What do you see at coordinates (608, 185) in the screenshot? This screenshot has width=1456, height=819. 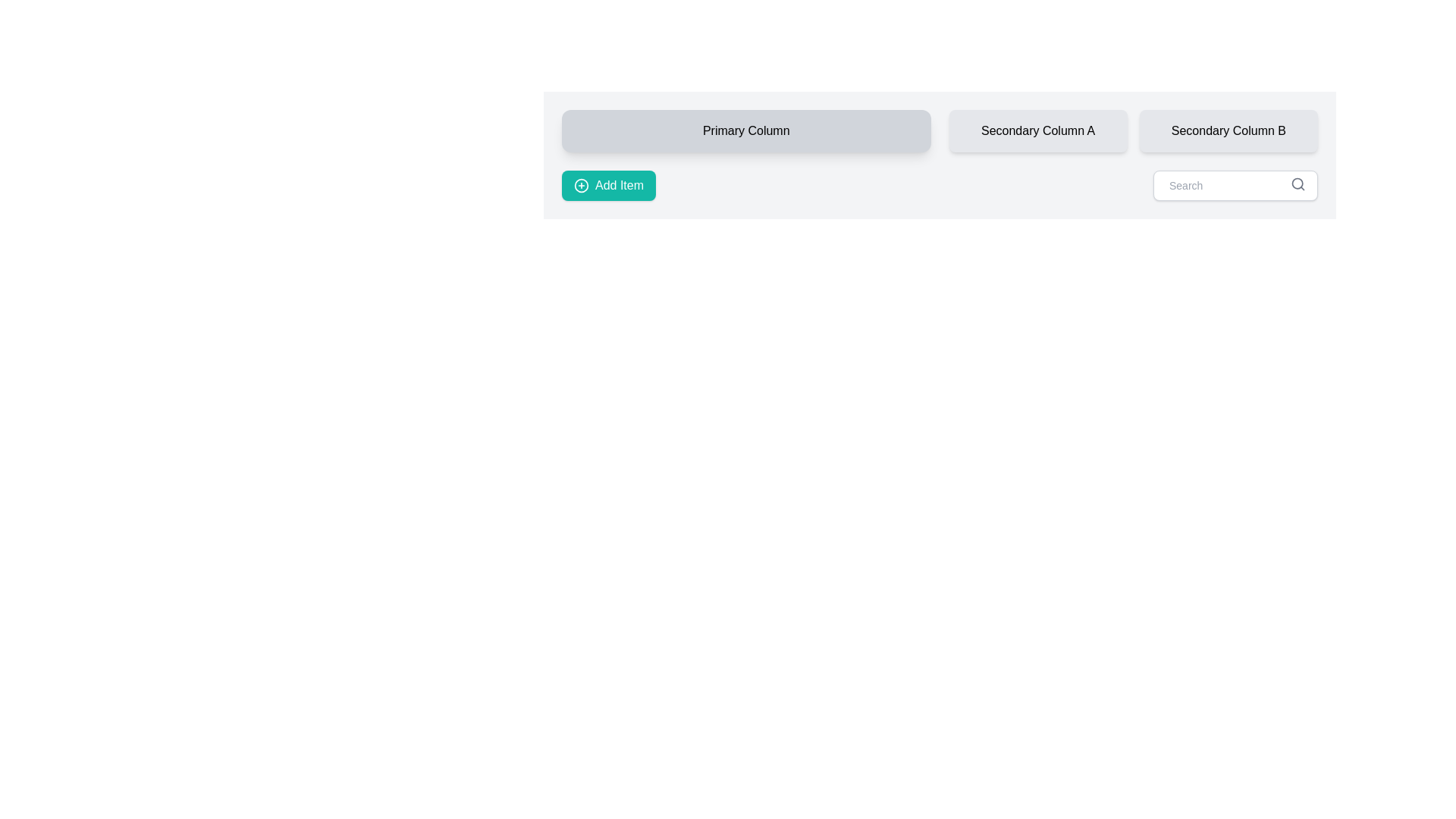 I see `the 'Add Item' button, which is a teal rounded rectangle with white text and a plus icon, located below the 'Primary Column' section header` at bounding box center [608, 185].